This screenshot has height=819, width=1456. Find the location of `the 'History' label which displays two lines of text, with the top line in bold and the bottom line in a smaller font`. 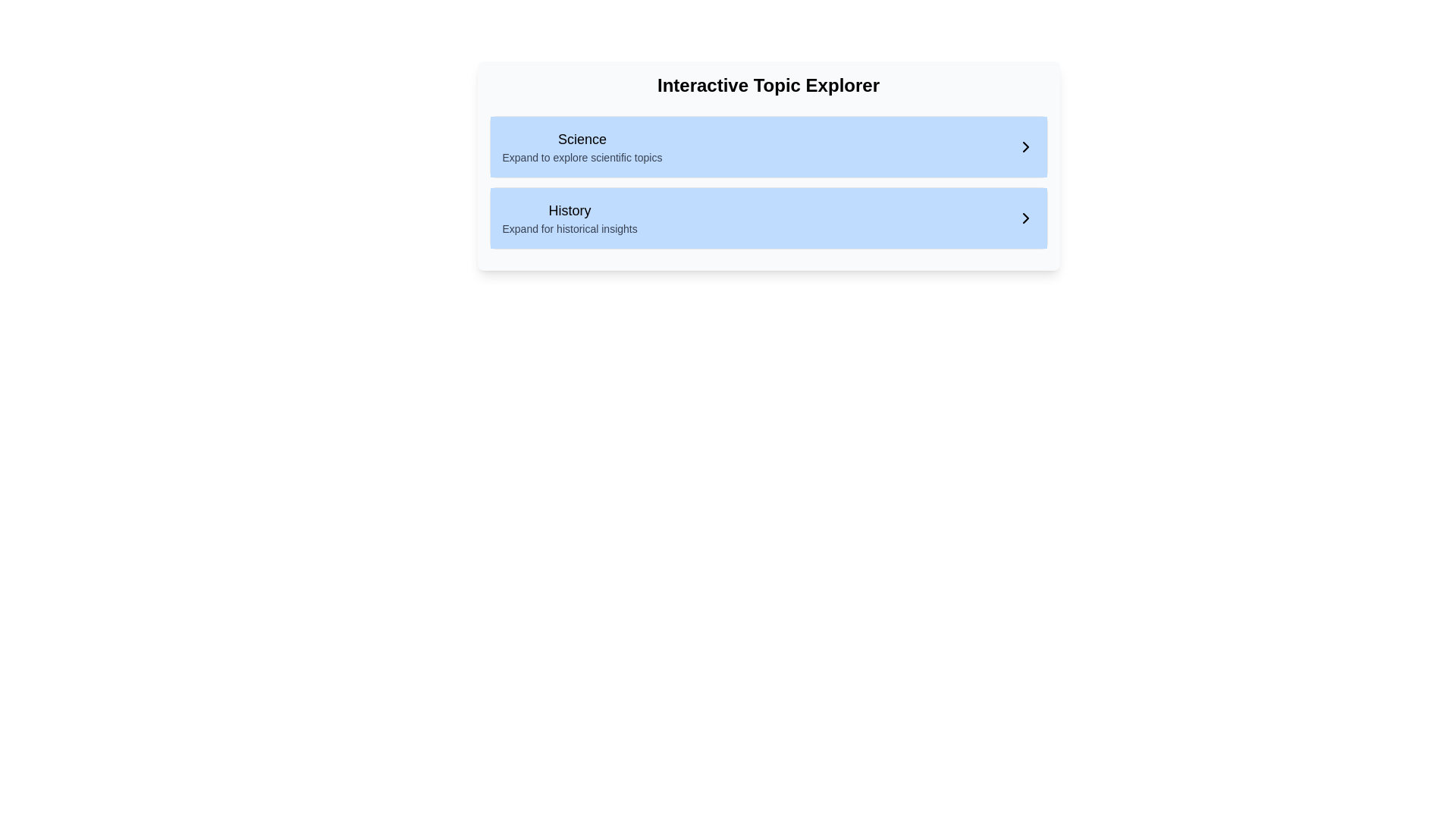

the 'History' label which displays two lines of text, with the top line in bold and the bottom line in a smaller font is located at coordinates (569, 218).